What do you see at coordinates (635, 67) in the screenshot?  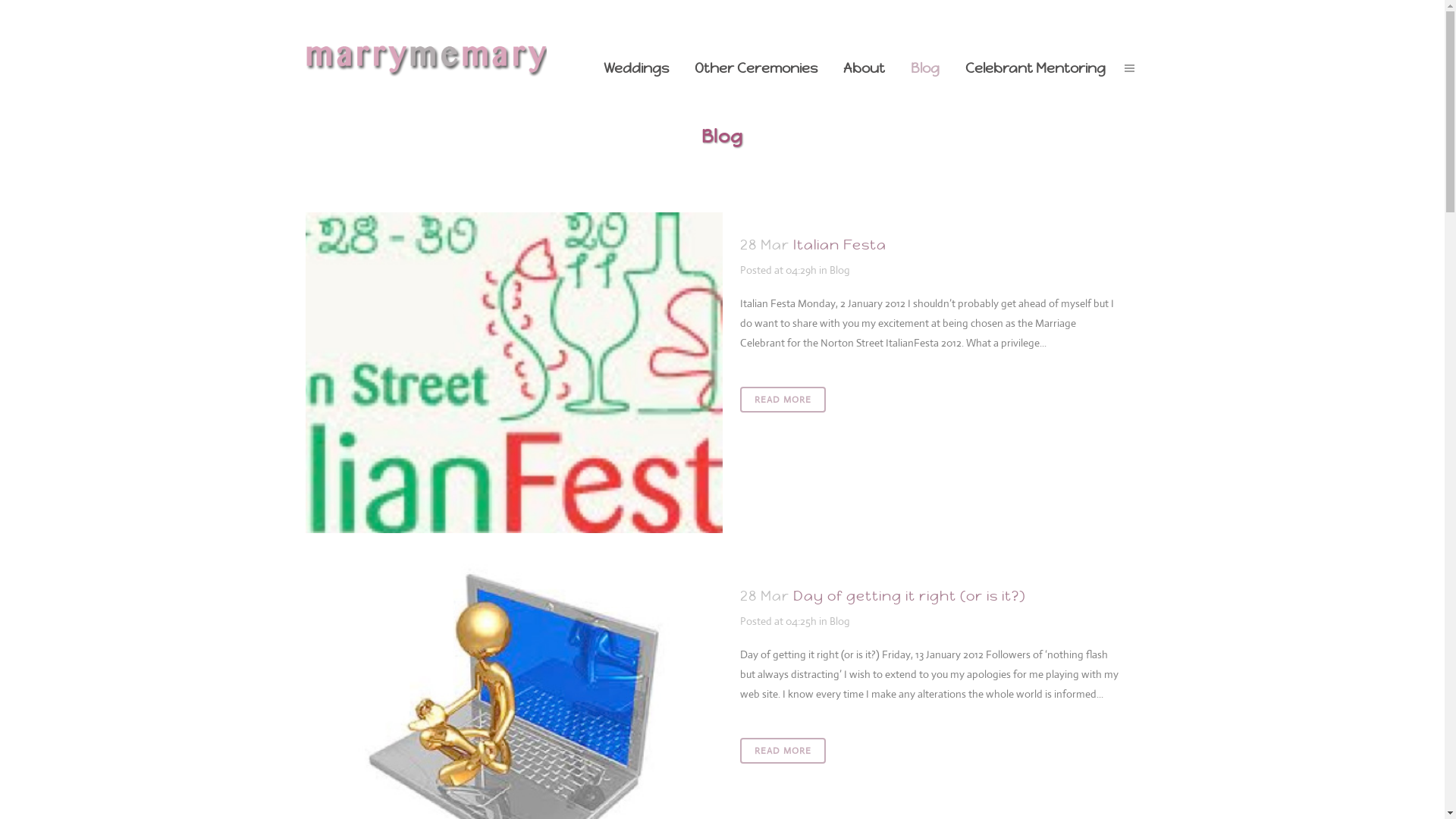 I see `'Weddings'` at bounding box center [635, 67].